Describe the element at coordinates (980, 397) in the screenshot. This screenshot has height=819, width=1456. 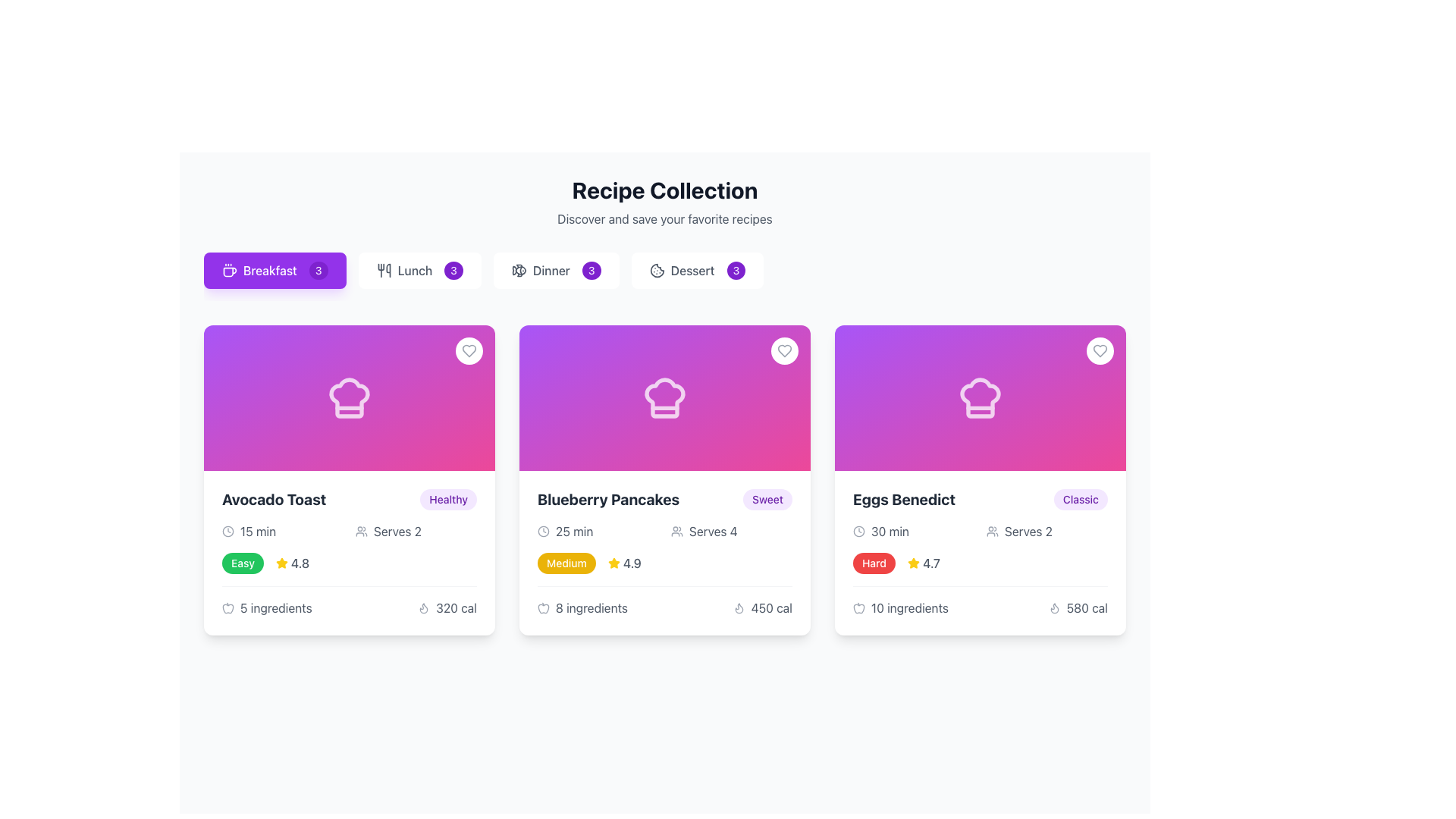
I see `the chef hat icon with a white outline against a vibrant pink to purple gradient background, located in the top center of the 'Eggs Benedict' card` at that location.